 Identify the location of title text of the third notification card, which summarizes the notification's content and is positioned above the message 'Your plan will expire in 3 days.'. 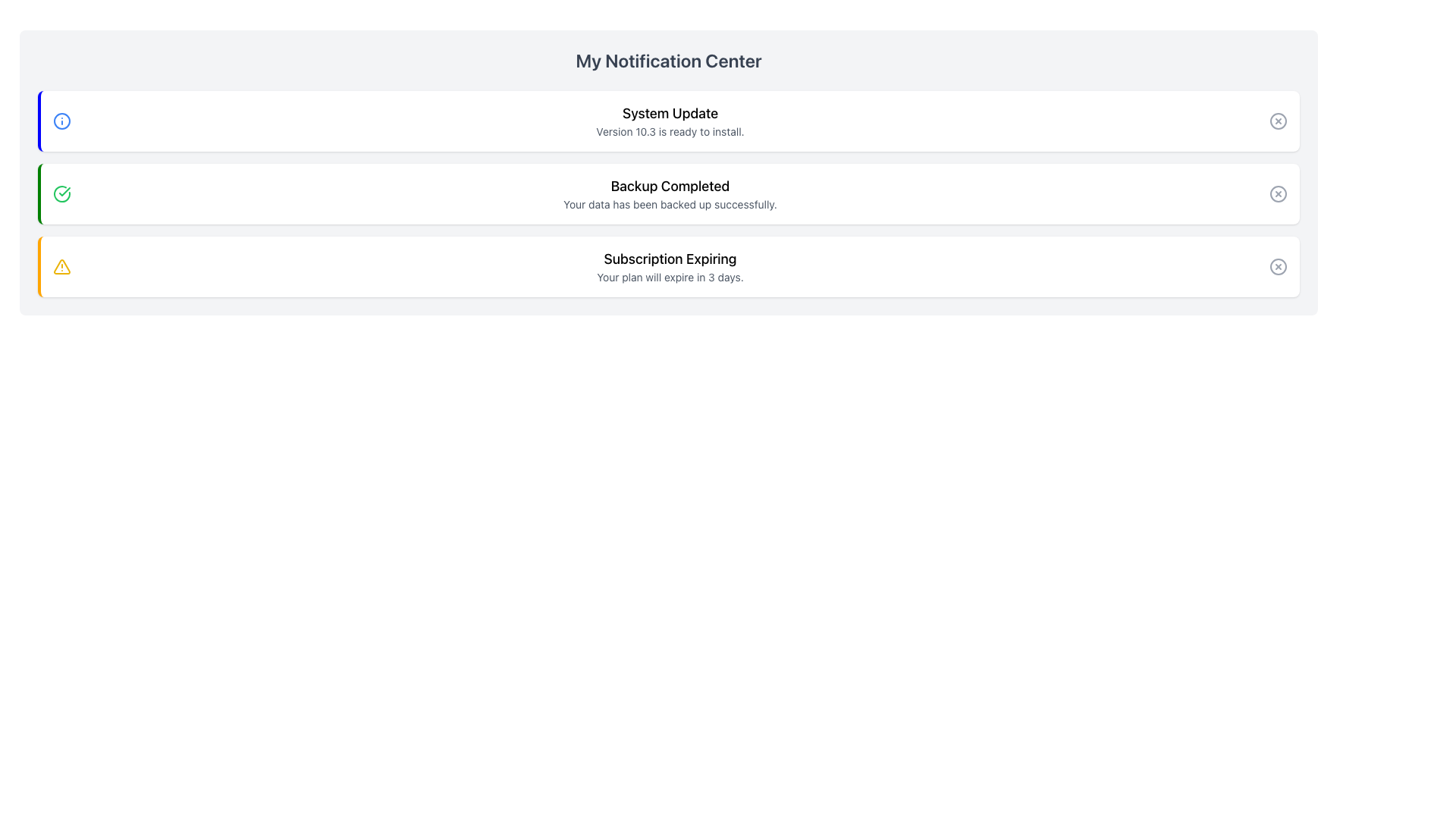
(669, 259).